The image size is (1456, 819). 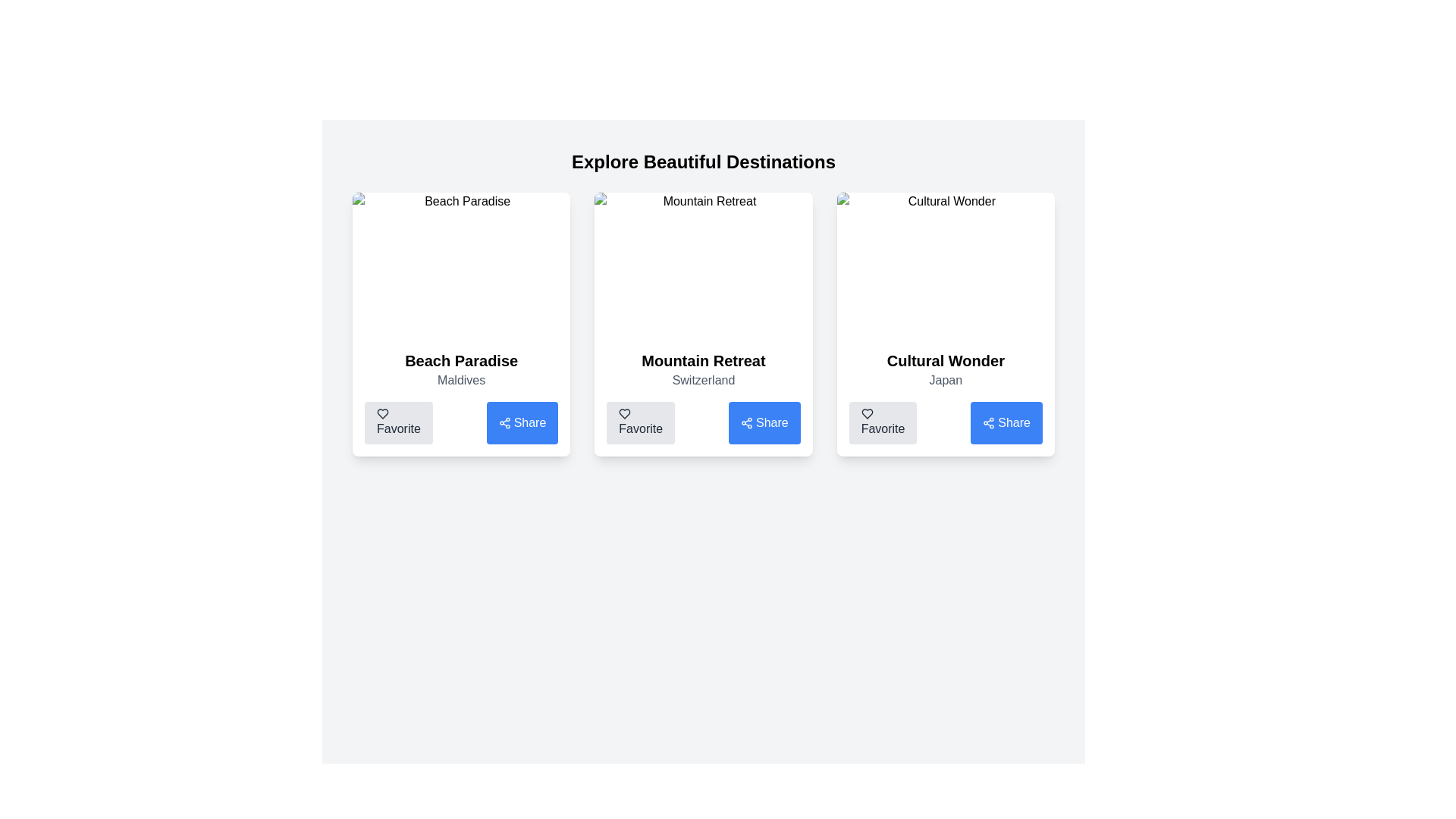 What do you see at coordinates (398, 423) in the screenshot?
I see `the button located in the bottom-left corner of the 'Beach Paradise, Maldives' card to mark it as a favorite` at bounding box center [398, 423].